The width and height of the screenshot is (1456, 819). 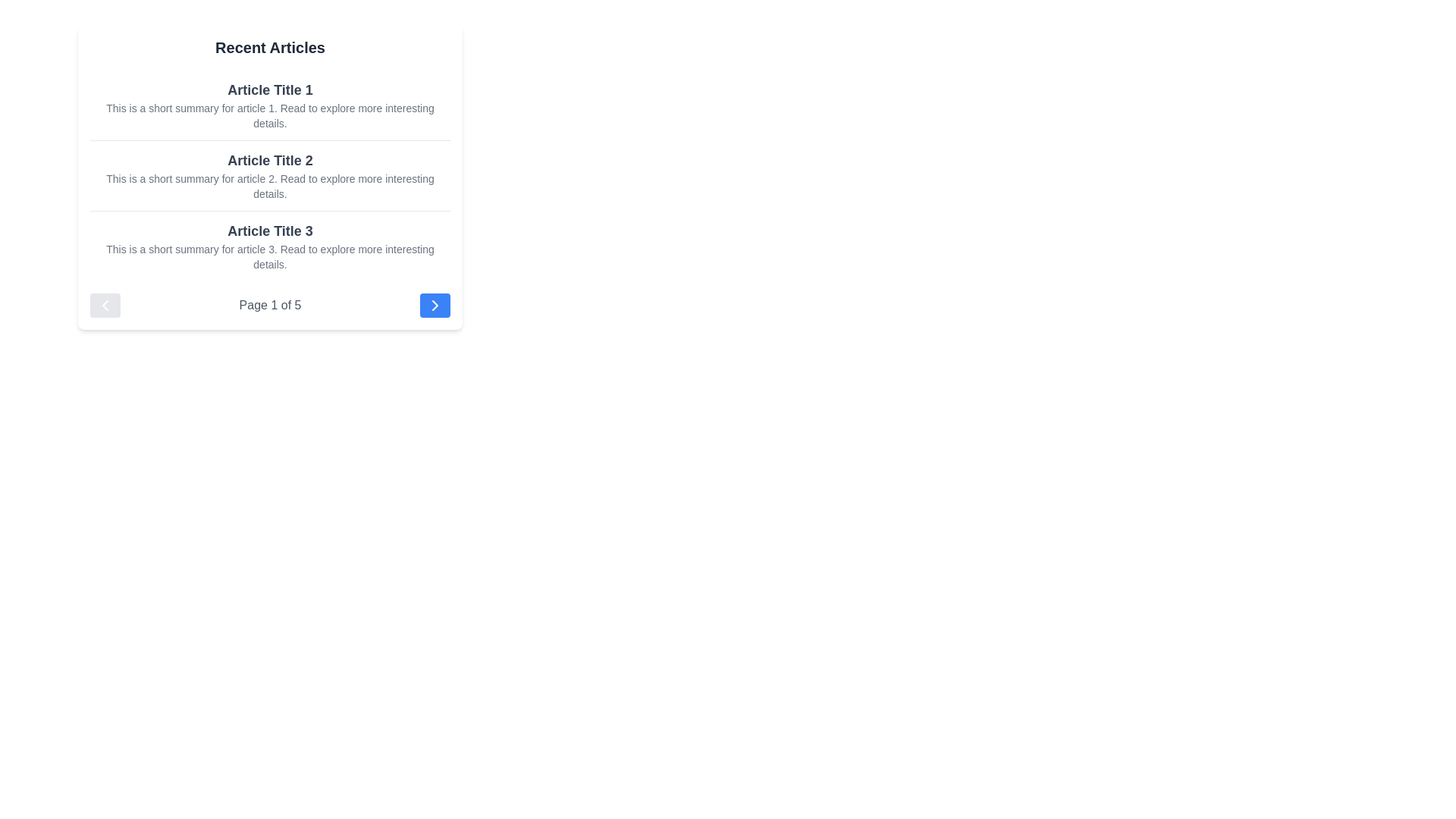 I want to click on the text block that contains the summary: 'This is a short summary for article 3. Read to explore more interesting details.' located beneath the heading 'Article Title 3', so click(x=270, y=256).